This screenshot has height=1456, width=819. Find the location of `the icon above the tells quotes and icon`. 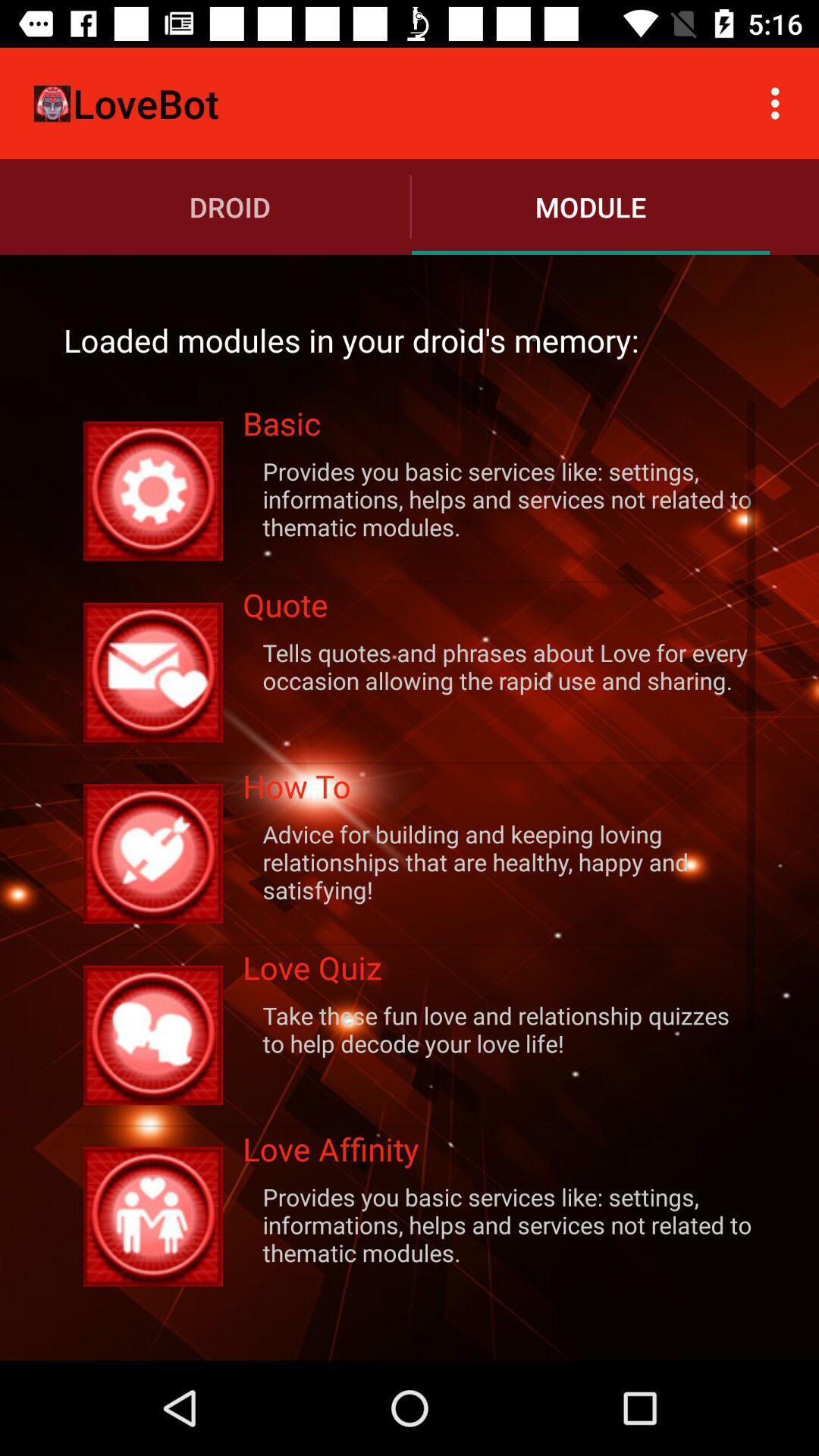

the icon above the tells quotes and icon is located at coordinates (499, 610).